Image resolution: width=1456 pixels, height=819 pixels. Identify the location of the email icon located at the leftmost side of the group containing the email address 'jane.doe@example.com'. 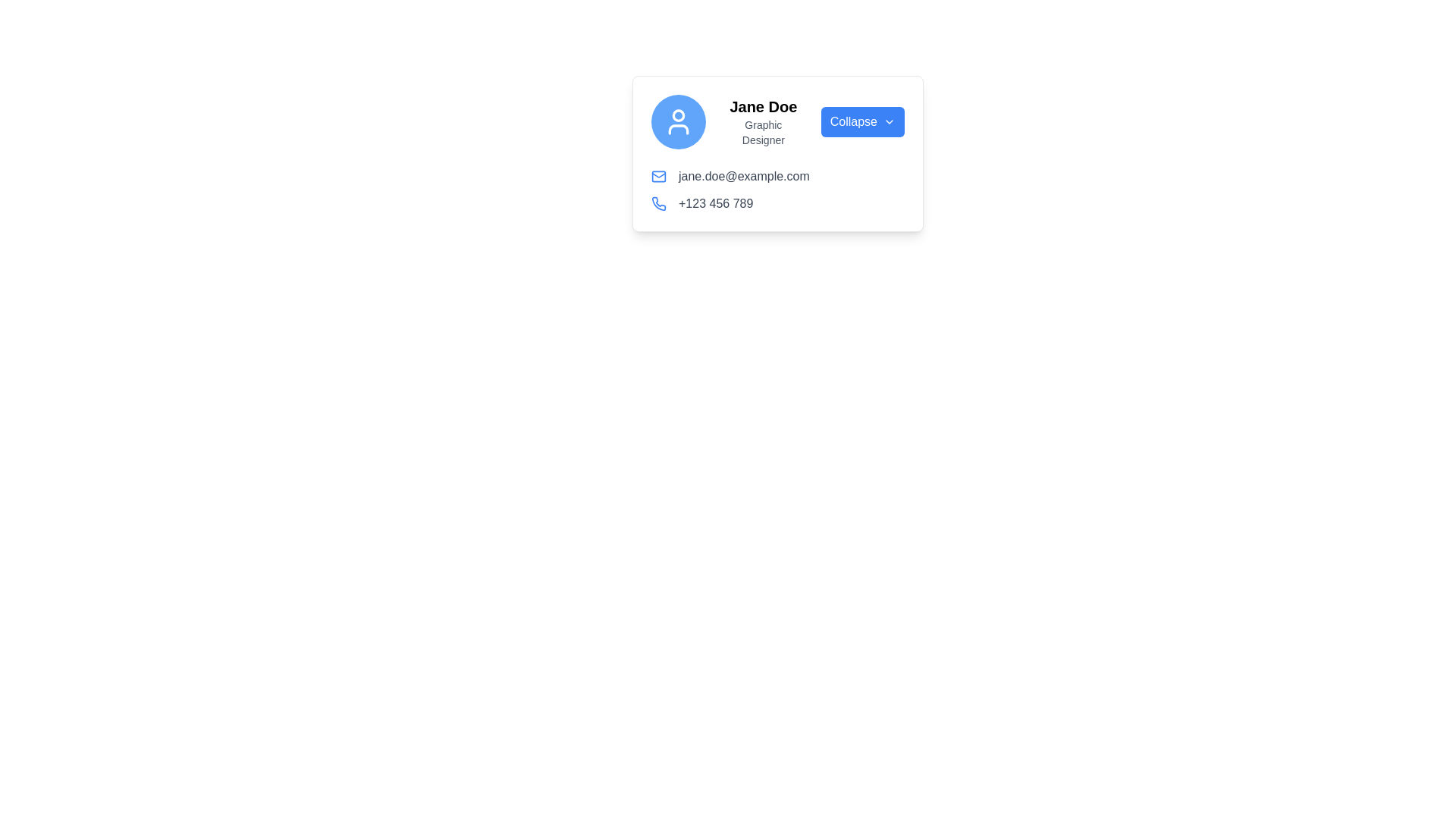
(658, 175).